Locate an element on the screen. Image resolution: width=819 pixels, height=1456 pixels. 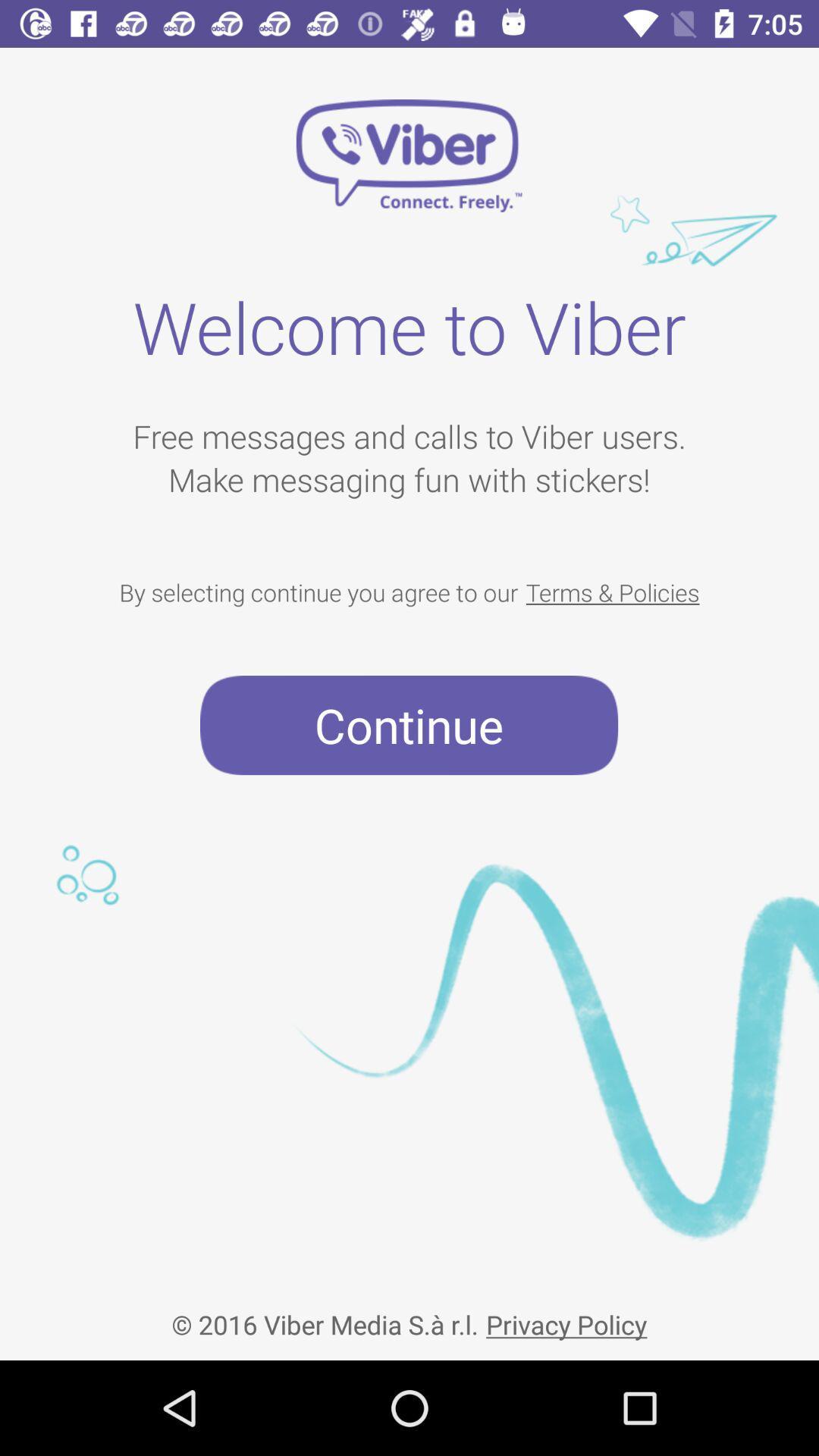
icon next to the by selecting continue is located at coordinates (612, 591).